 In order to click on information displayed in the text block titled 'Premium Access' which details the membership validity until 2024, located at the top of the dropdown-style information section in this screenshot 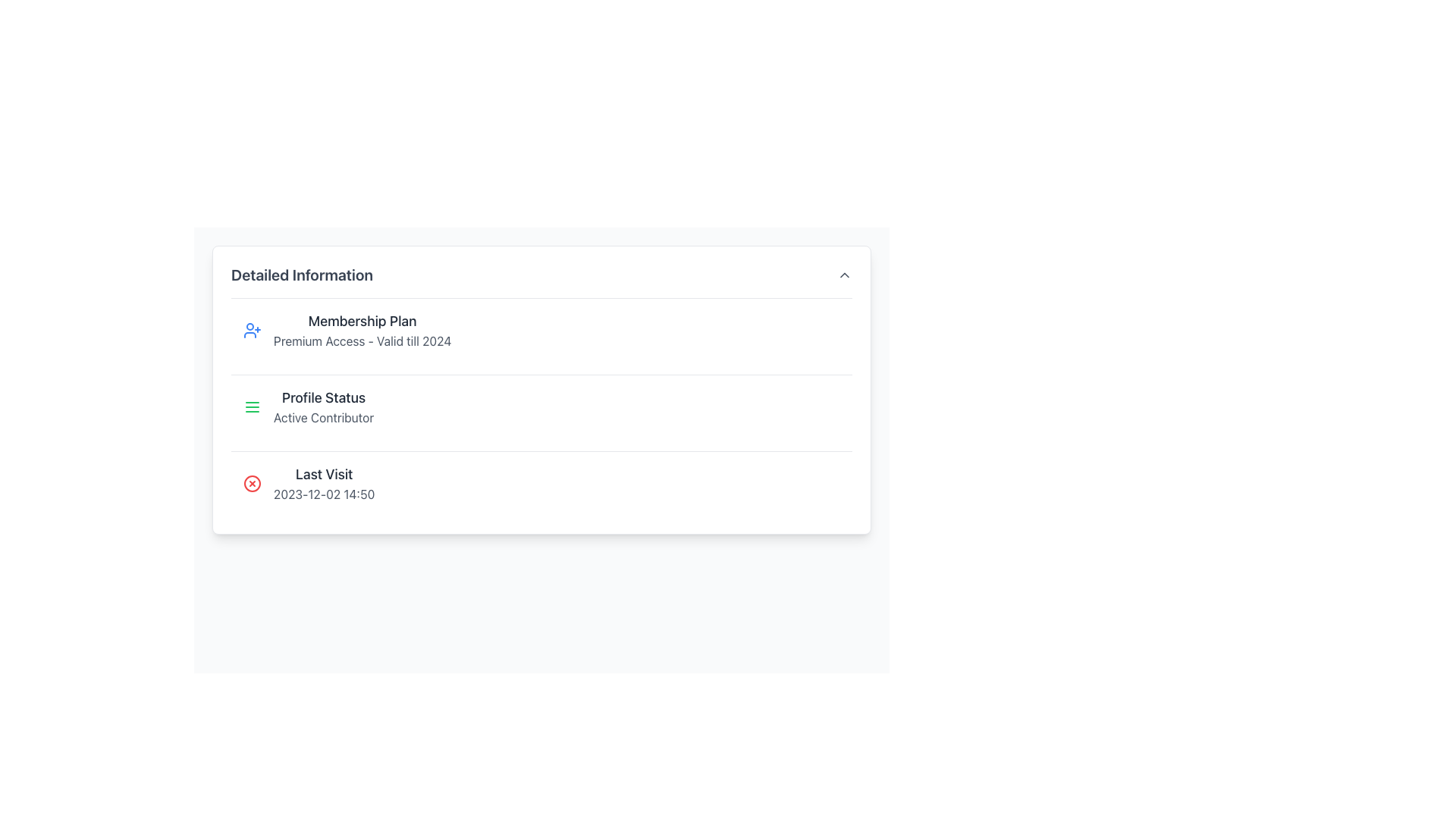, I will do `click(362, 329)`.